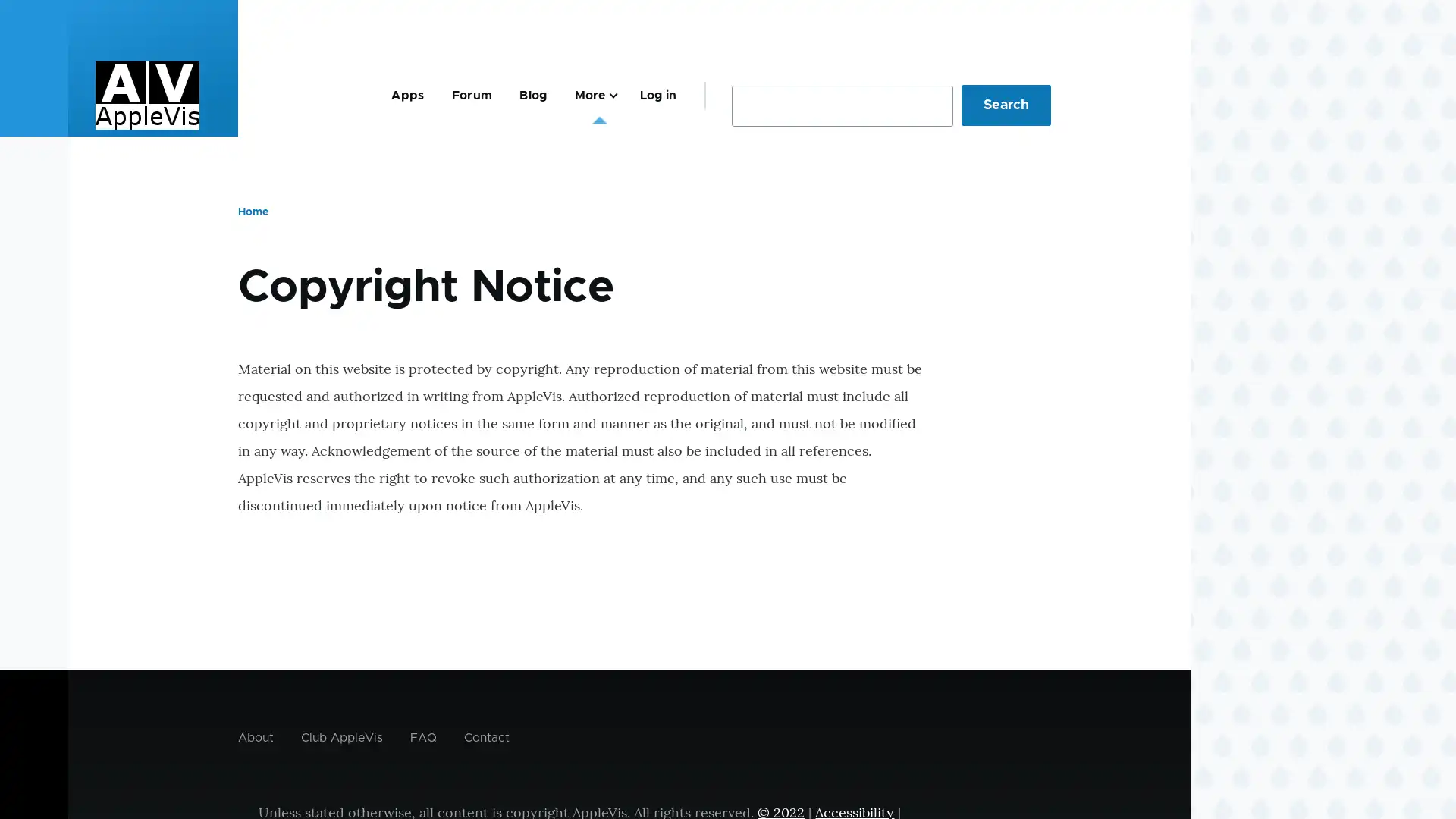 Image resolution: width=1456 pixels, height=819 pixels. What do you see at coordinates (1006, 104) in the screenshot?
I see `Search` at bounding box center [1006, 104].